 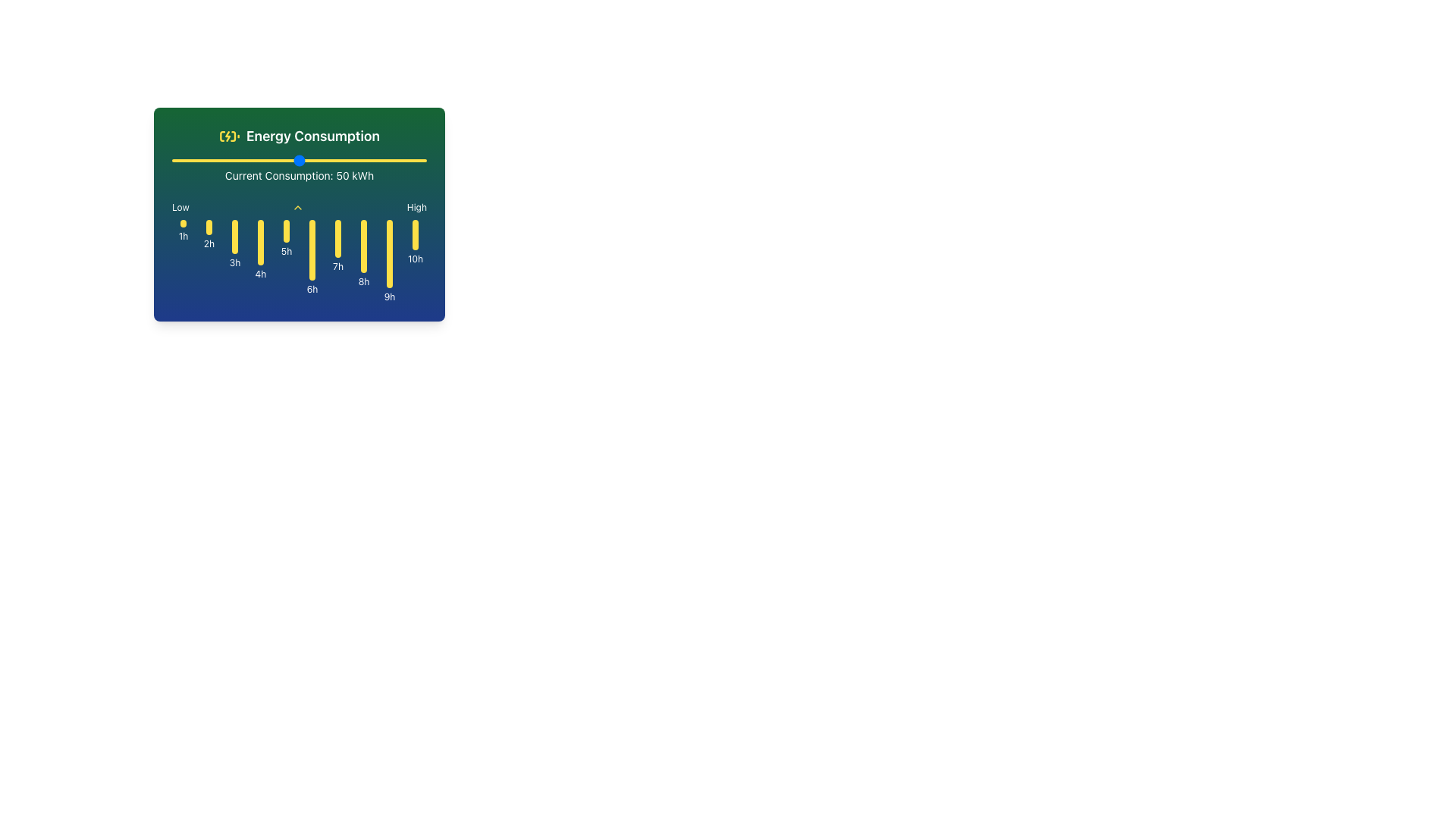 I want to click on the energy consumption slider, so click(x=219, y=162).